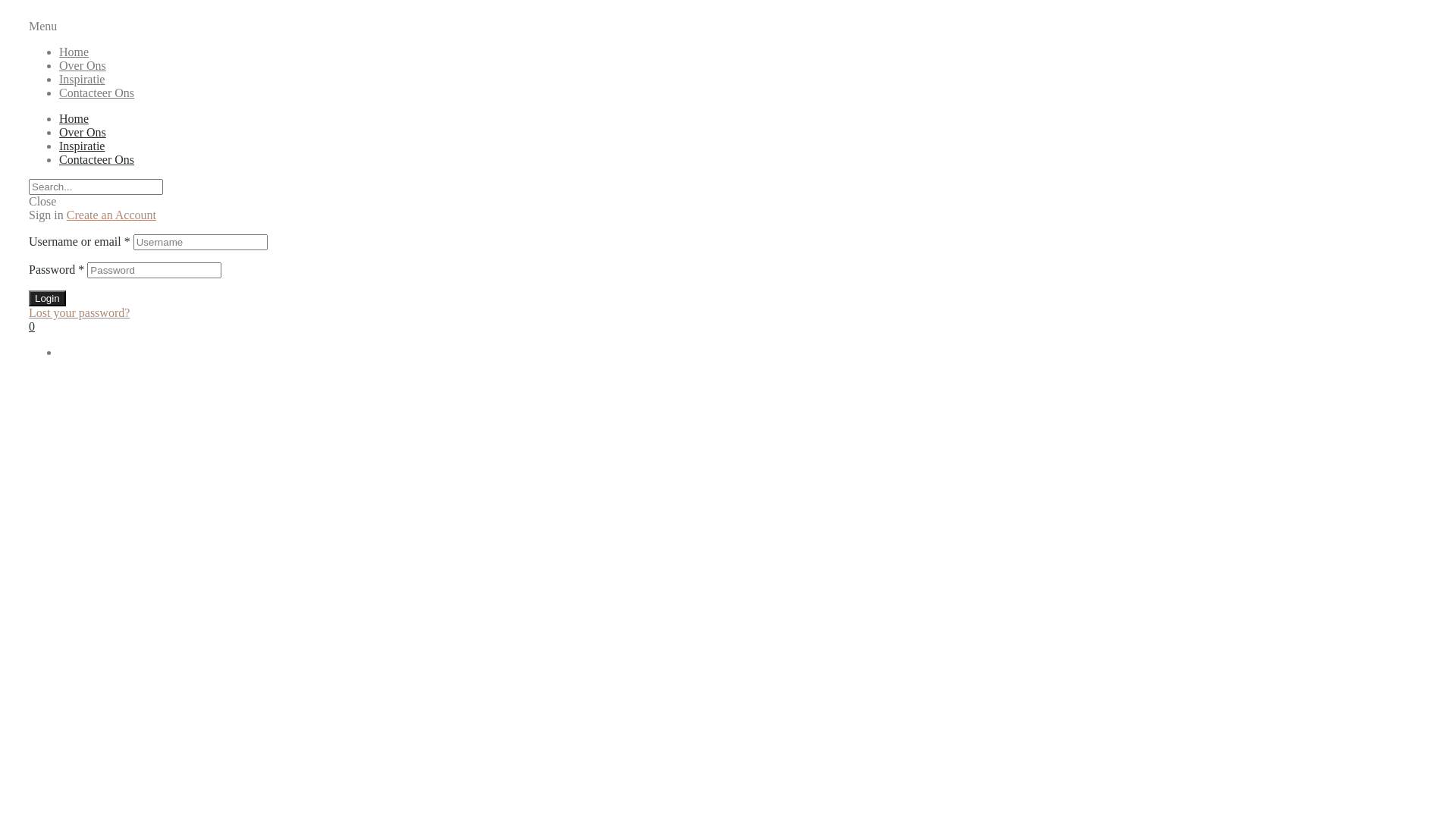  Describe the element at coordinates (80, 146) in the screenshot. I see `'Inspiratie'` at that location.